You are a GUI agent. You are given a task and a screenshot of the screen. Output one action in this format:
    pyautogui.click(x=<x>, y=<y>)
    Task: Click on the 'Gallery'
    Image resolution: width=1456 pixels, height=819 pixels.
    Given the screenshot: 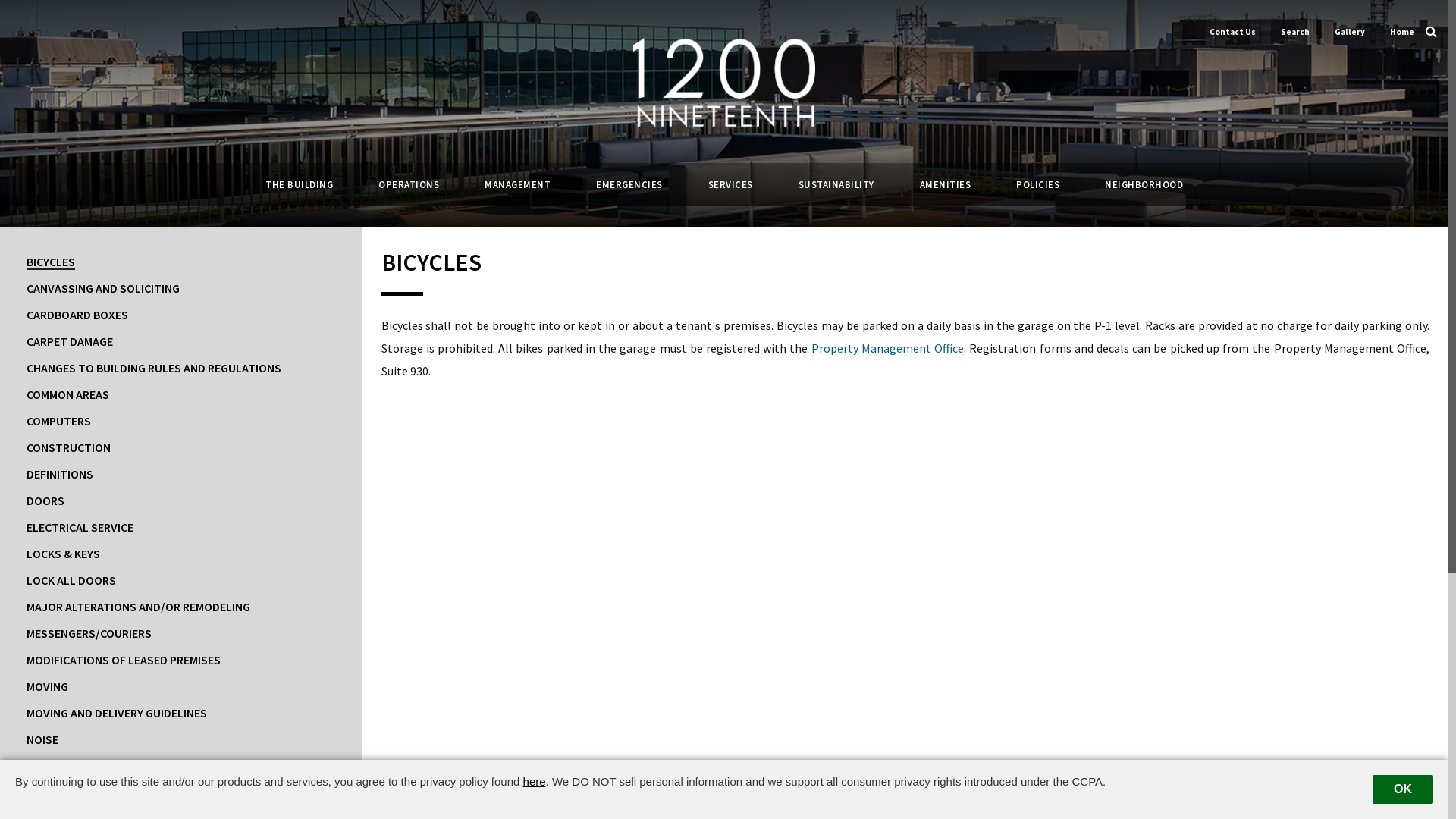 What is the action you would take?
    pyautogui.click(x=1350, y=32)
    